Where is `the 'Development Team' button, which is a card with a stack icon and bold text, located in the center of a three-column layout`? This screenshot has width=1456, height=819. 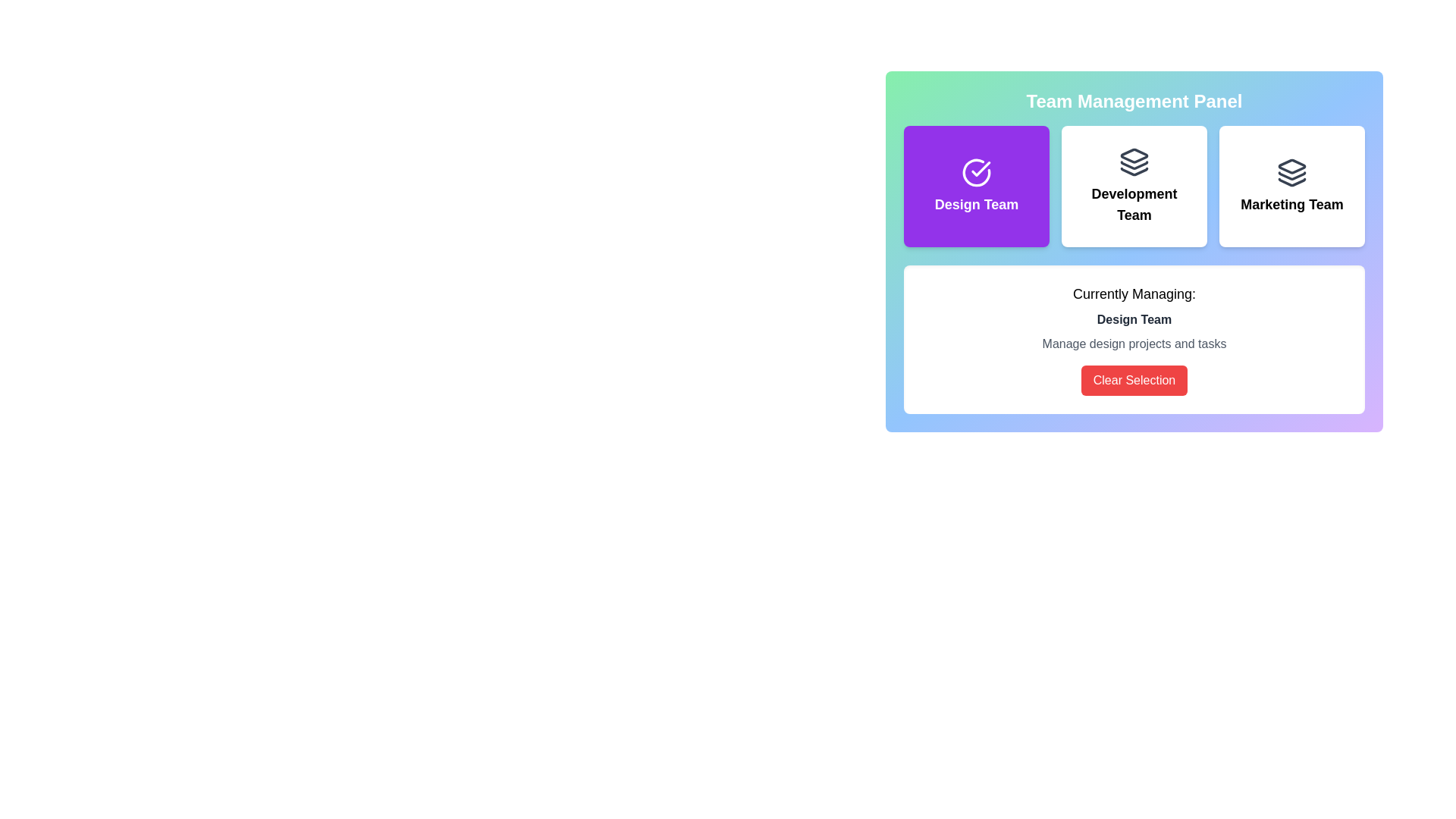 the 'Development Team' button, which is a card with a stack icon and bold text, located in the center of a three-column layout is located at coordinates (1134, 186).